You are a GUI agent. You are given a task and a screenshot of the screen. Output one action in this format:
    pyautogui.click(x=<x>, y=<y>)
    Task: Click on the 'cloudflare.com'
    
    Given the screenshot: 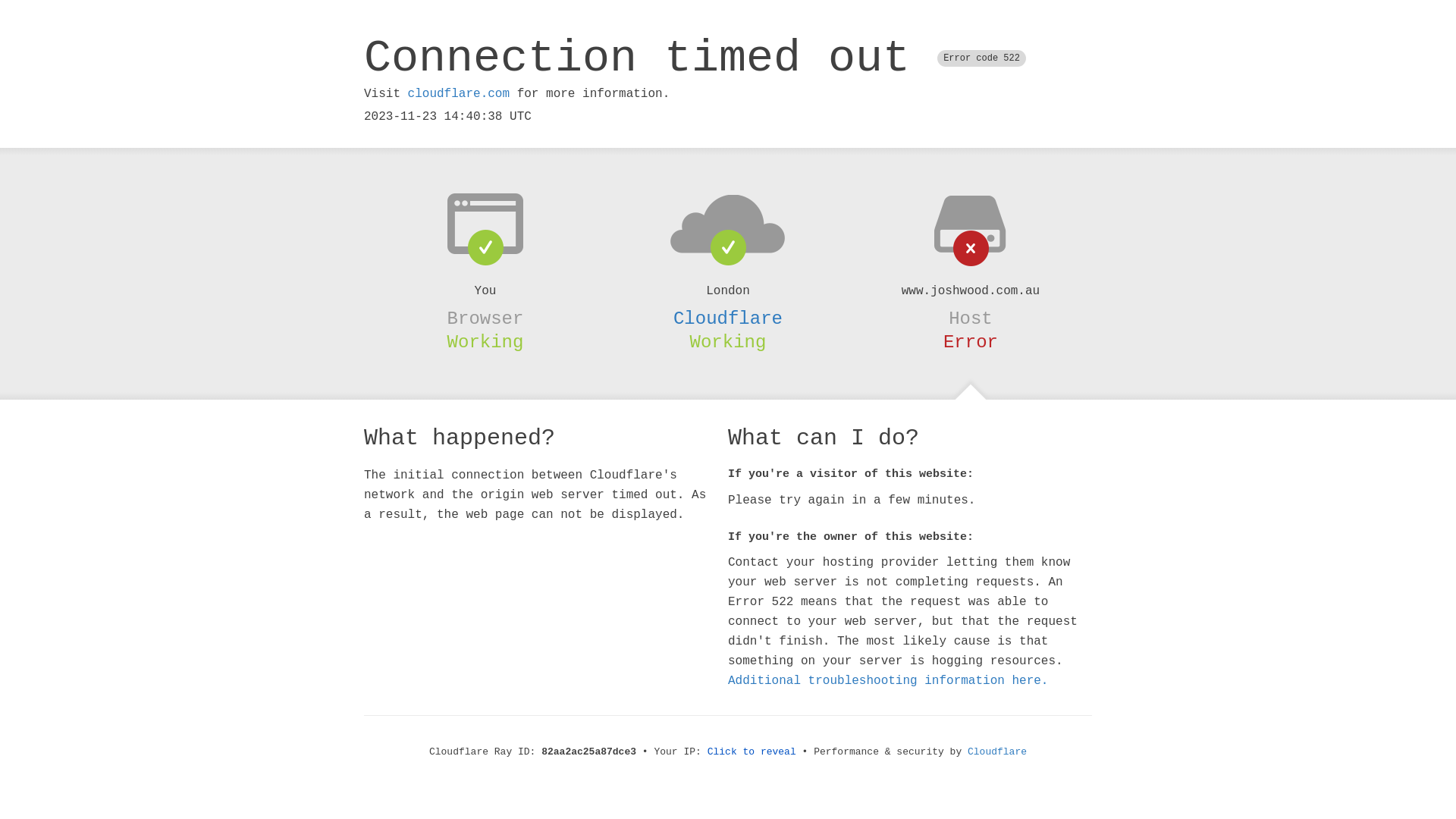 What is the action you would take?
    pyautogui.click(x=457, y=93)
    